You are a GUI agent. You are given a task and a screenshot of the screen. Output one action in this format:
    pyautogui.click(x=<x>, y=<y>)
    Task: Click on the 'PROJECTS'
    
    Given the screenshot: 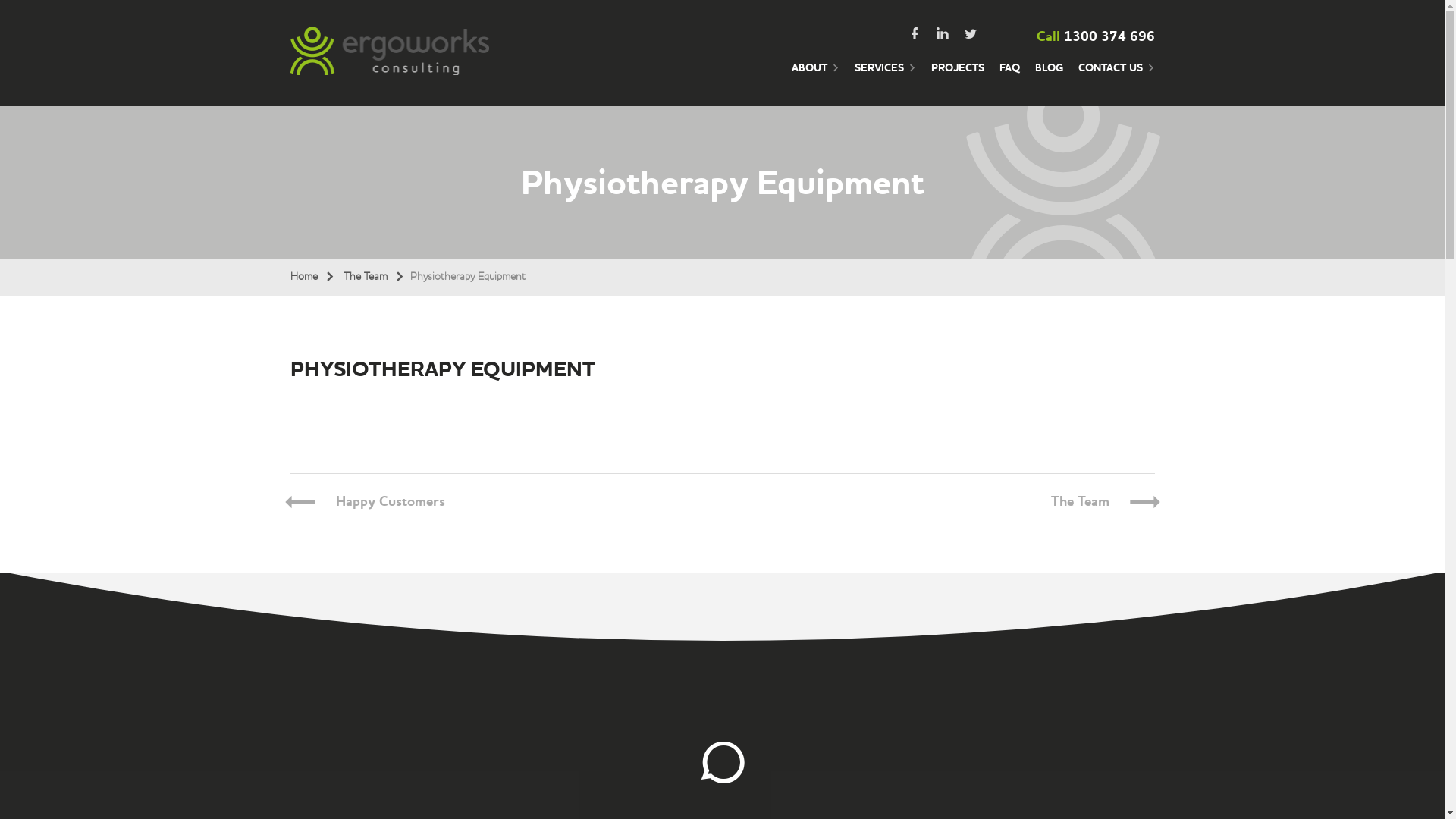 What is the action you would take?
    pyautogui.click(x=930, y=76)
    